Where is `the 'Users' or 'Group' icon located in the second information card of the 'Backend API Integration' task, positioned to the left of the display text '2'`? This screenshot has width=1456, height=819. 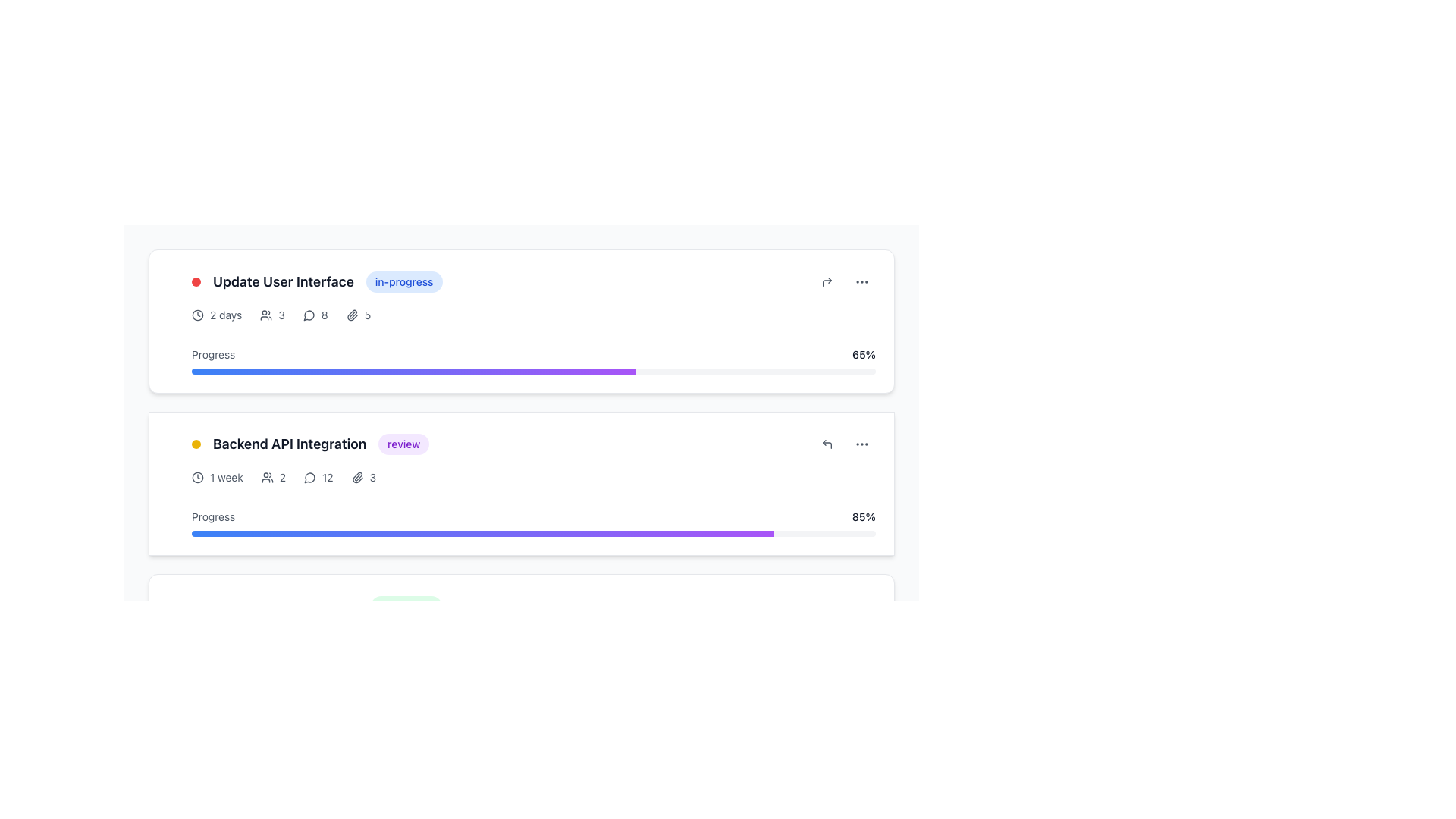 the 'Users' or 'Group' icon located in the second information card of the 'Backend API Integration' task, positioned to the left of the display text '2' is located at coordinates (267, 476).